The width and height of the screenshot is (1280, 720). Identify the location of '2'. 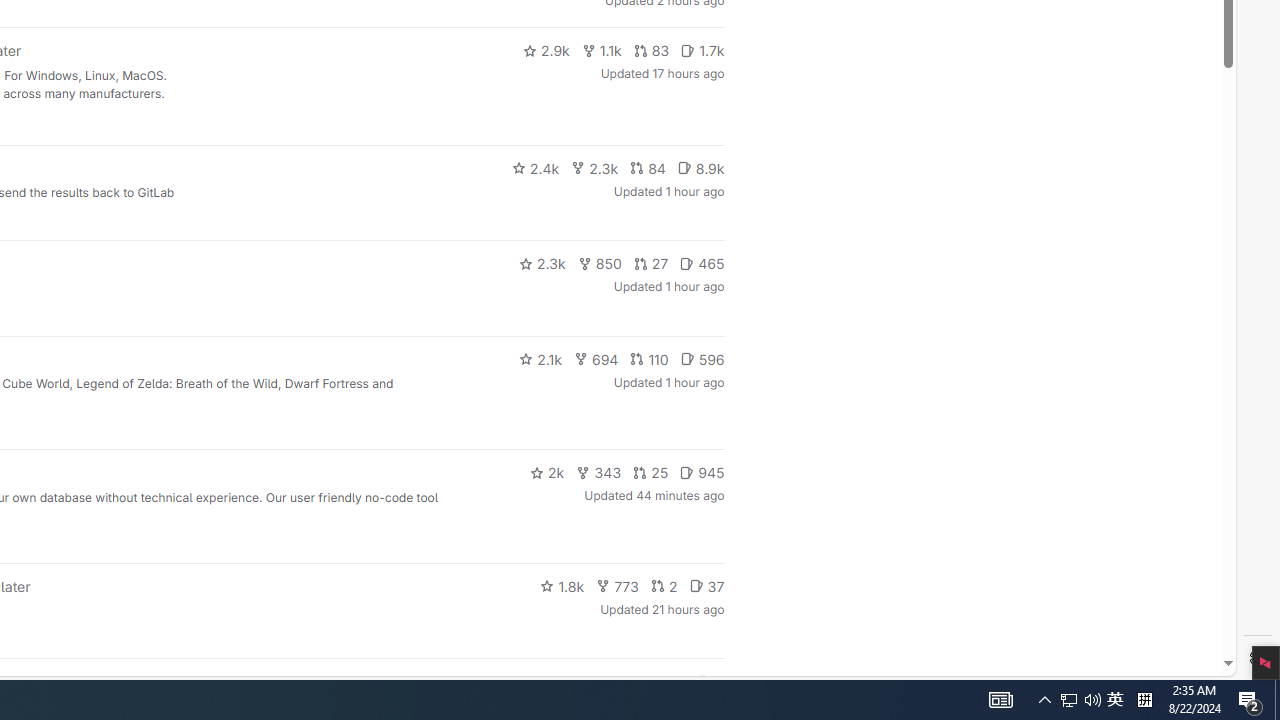
(664, 585).